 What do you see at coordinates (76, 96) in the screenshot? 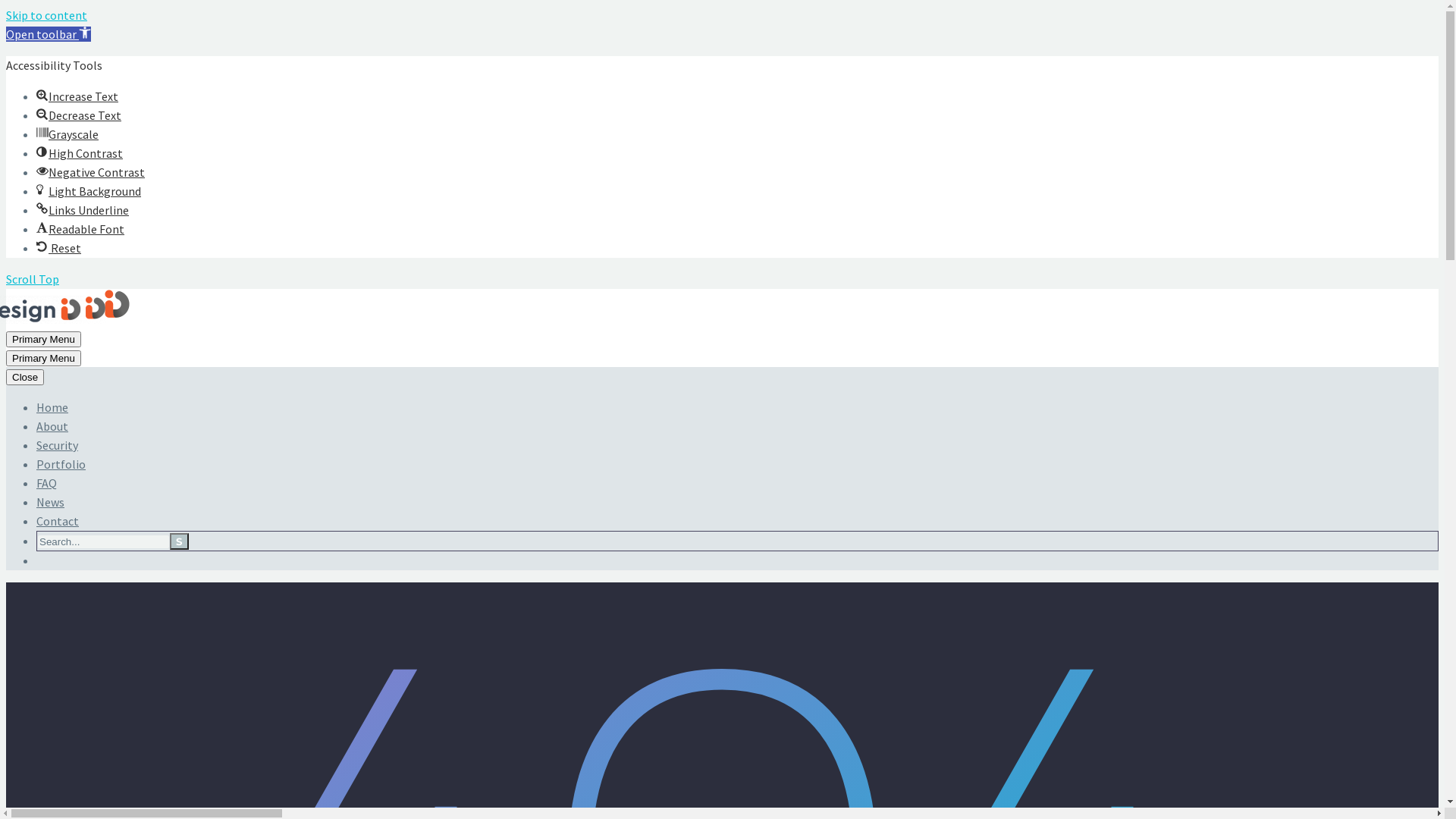
I see `'Increase TextIncrease Text'` at bounding box center [76, 96].